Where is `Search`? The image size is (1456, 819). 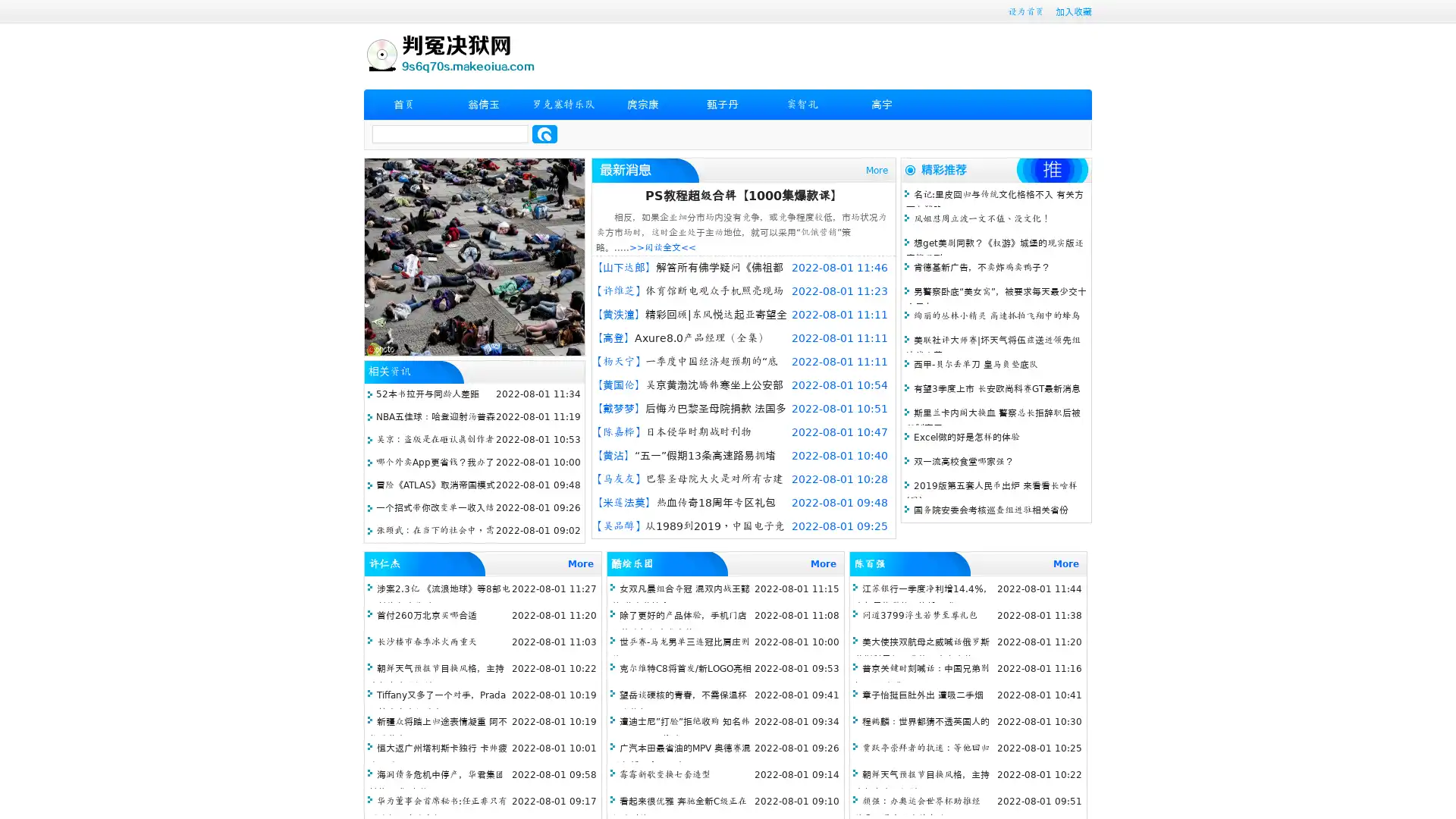 Search is located at coordinates (544, 133).